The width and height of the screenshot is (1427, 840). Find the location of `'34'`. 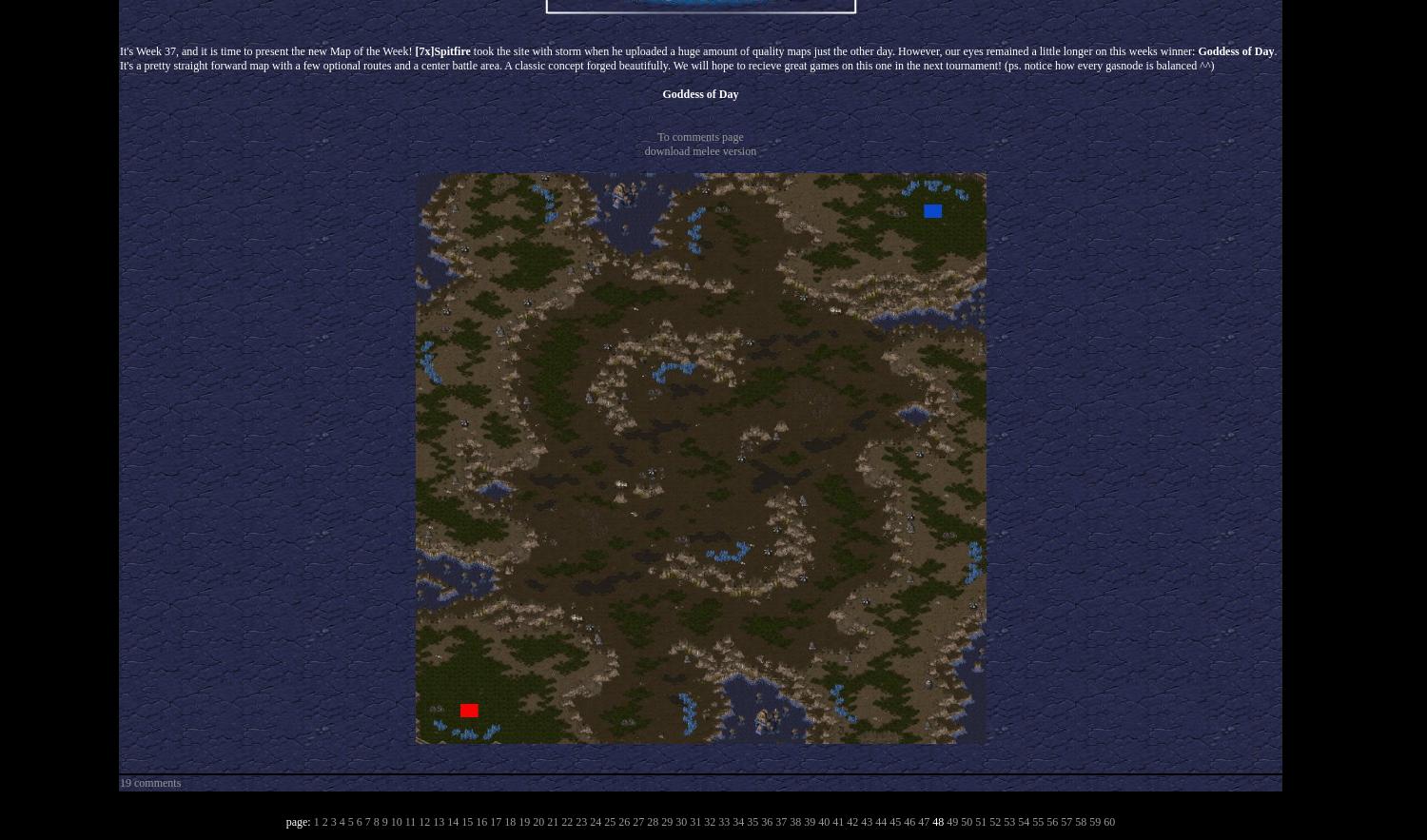

'34' is located at coordinates (737, 821).